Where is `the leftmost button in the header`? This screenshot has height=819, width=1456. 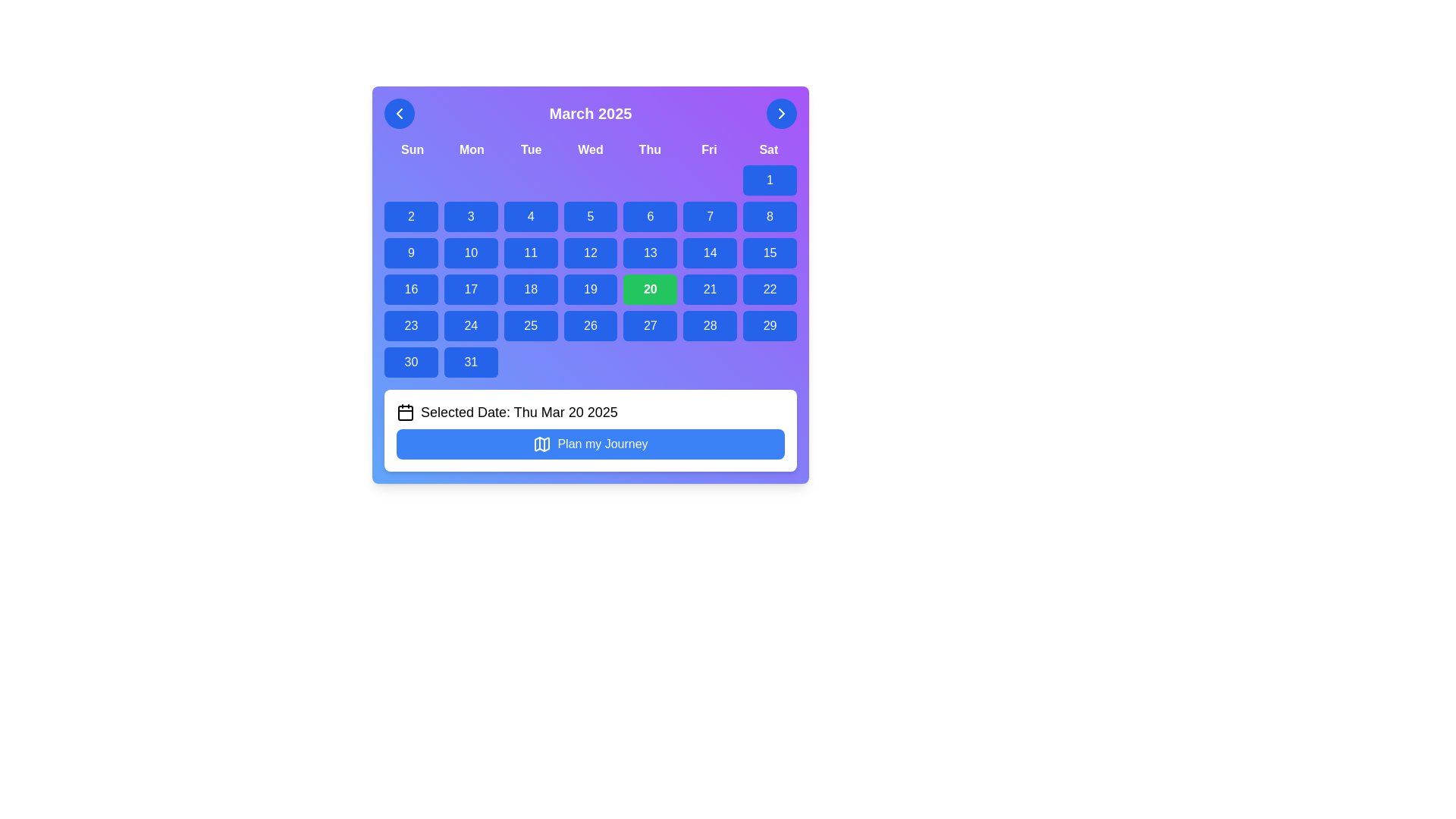
the leftmost button in the header is located at coordinates (400, 113).